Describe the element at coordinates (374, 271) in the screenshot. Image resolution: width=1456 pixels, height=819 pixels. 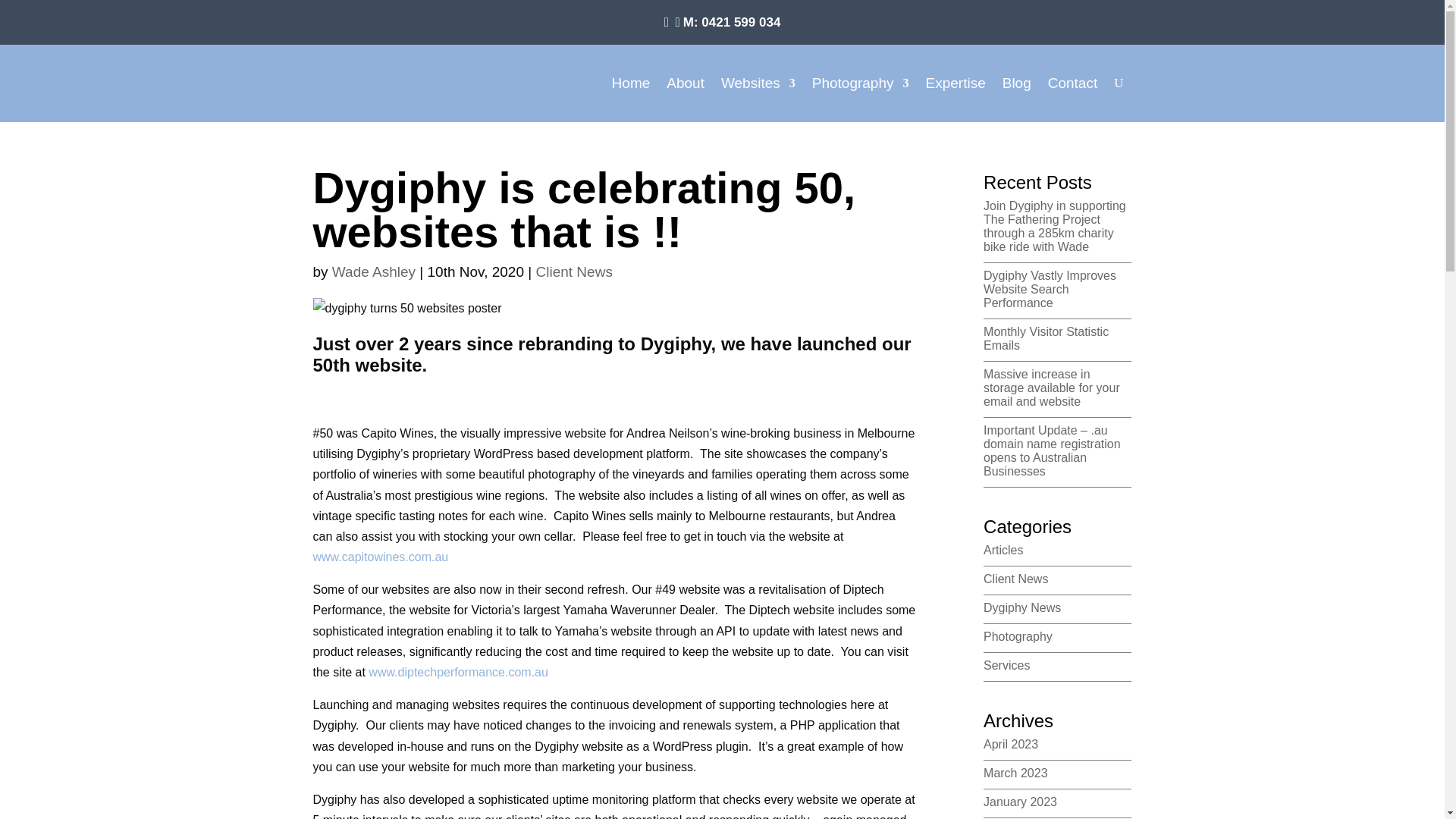
I see `'Wade Ashley'` at that location.